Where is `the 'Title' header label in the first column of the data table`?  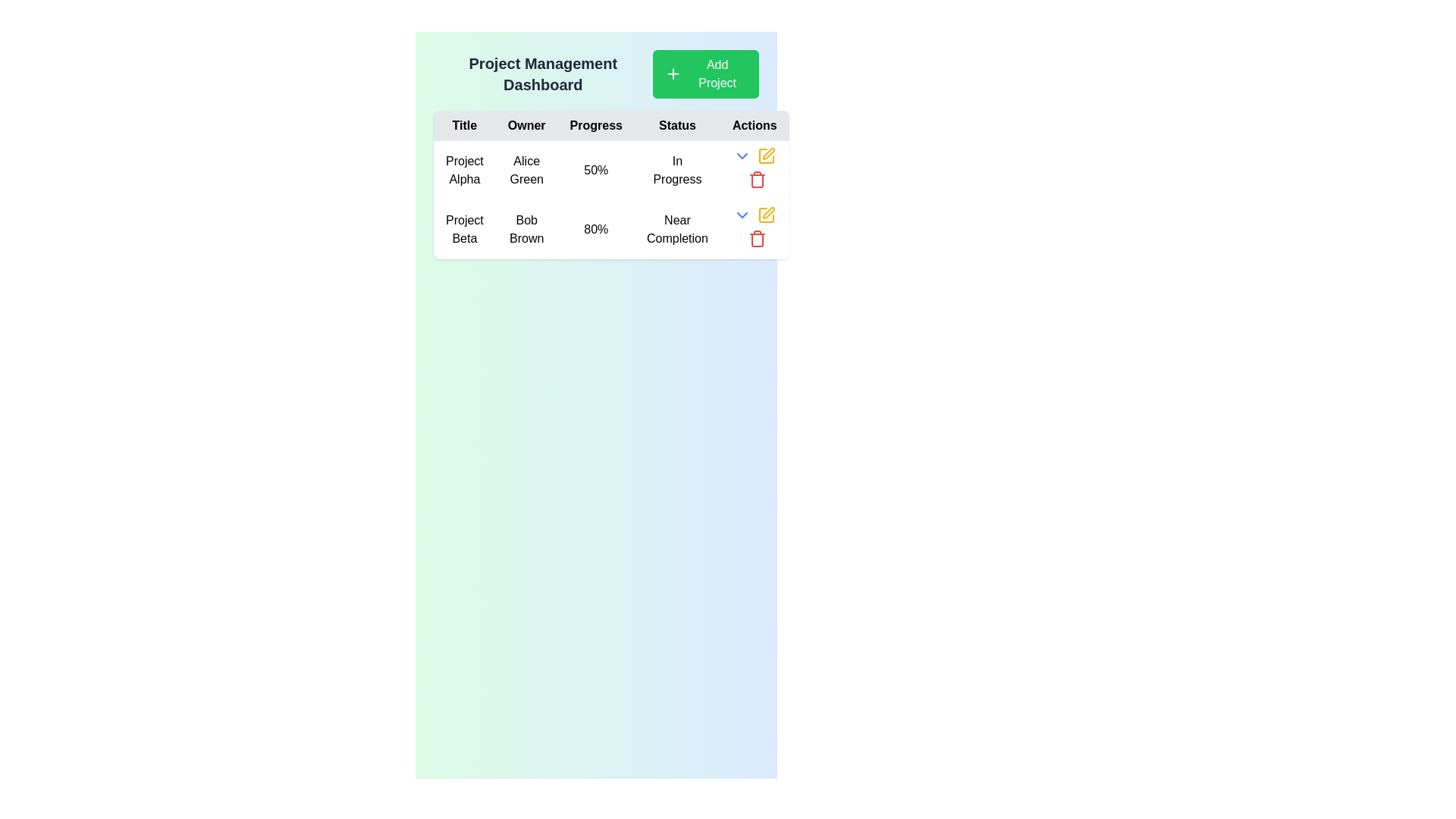
the 'Title' header label in the first column of the data table is located at coordinates (463, 124).